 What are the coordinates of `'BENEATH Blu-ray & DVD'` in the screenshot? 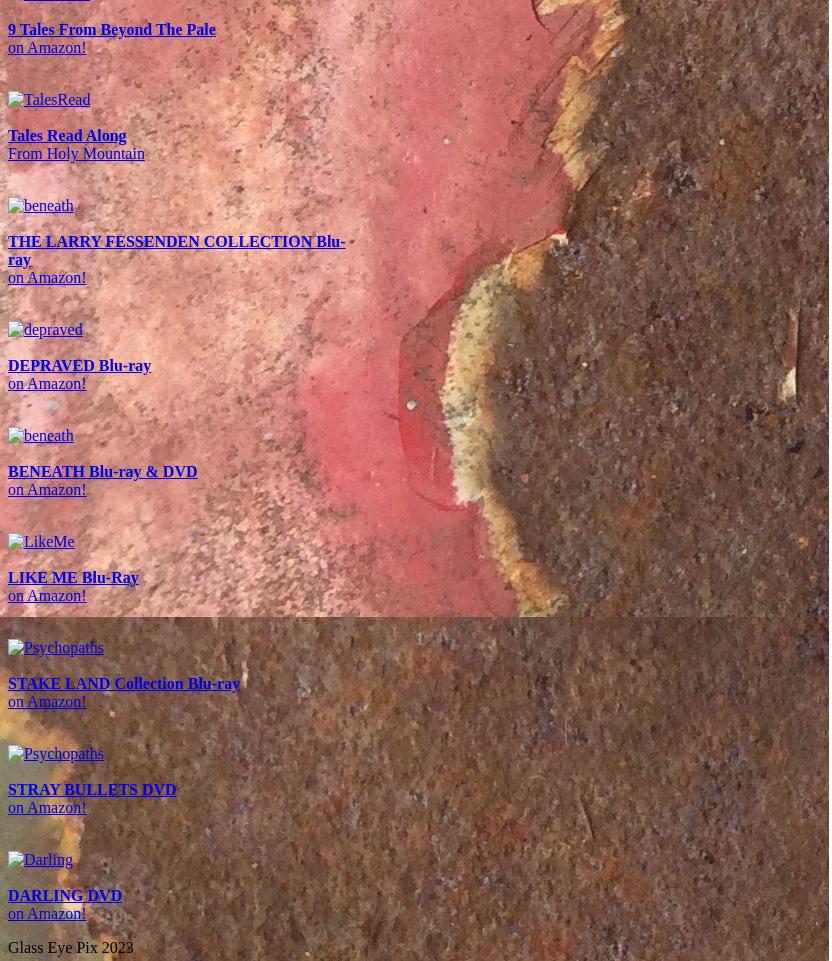 It's located at (101, 469).